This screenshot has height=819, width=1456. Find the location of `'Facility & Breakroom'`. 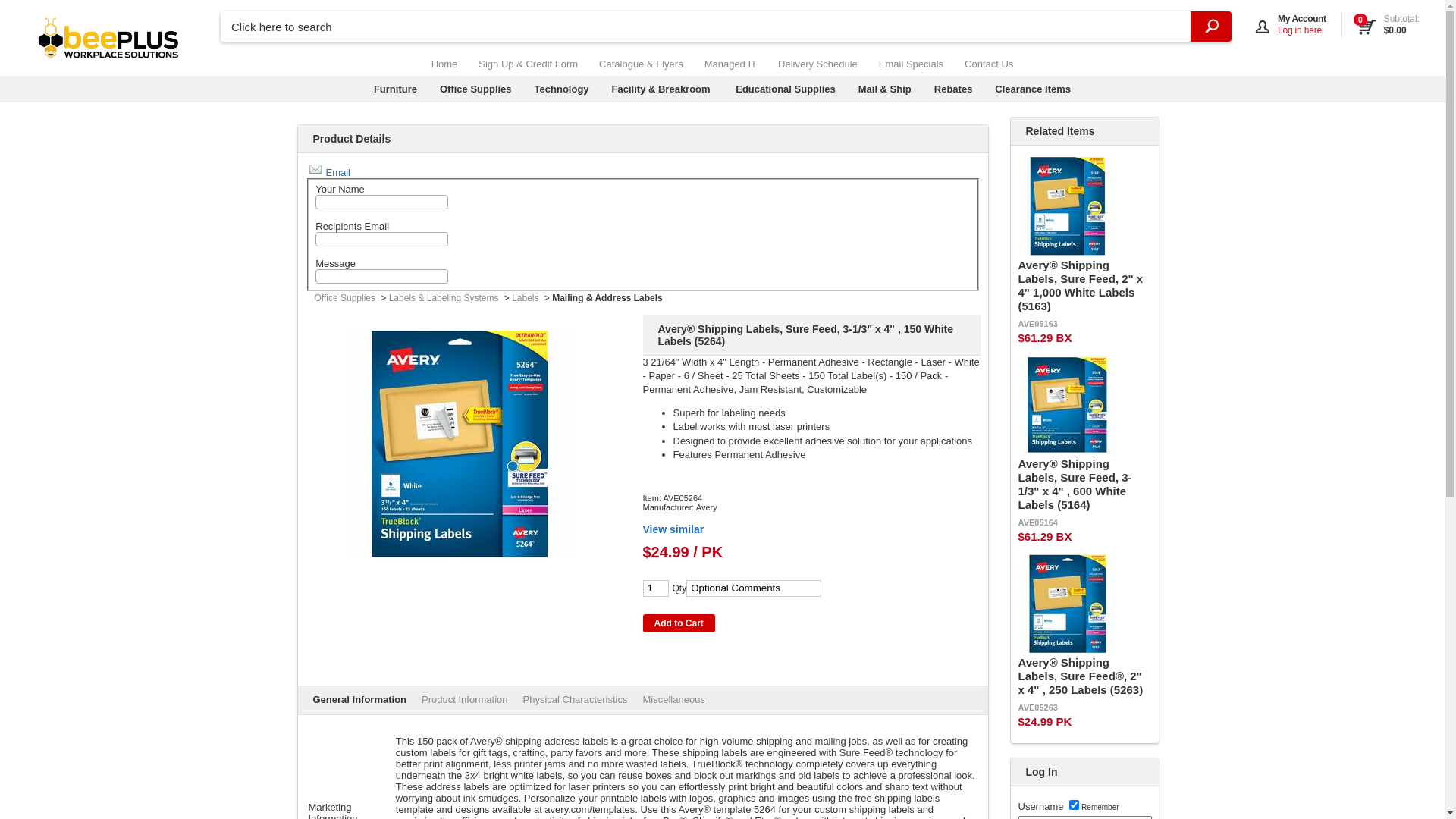

'Facility & Breakroom' is located at coordinates (600, 89).